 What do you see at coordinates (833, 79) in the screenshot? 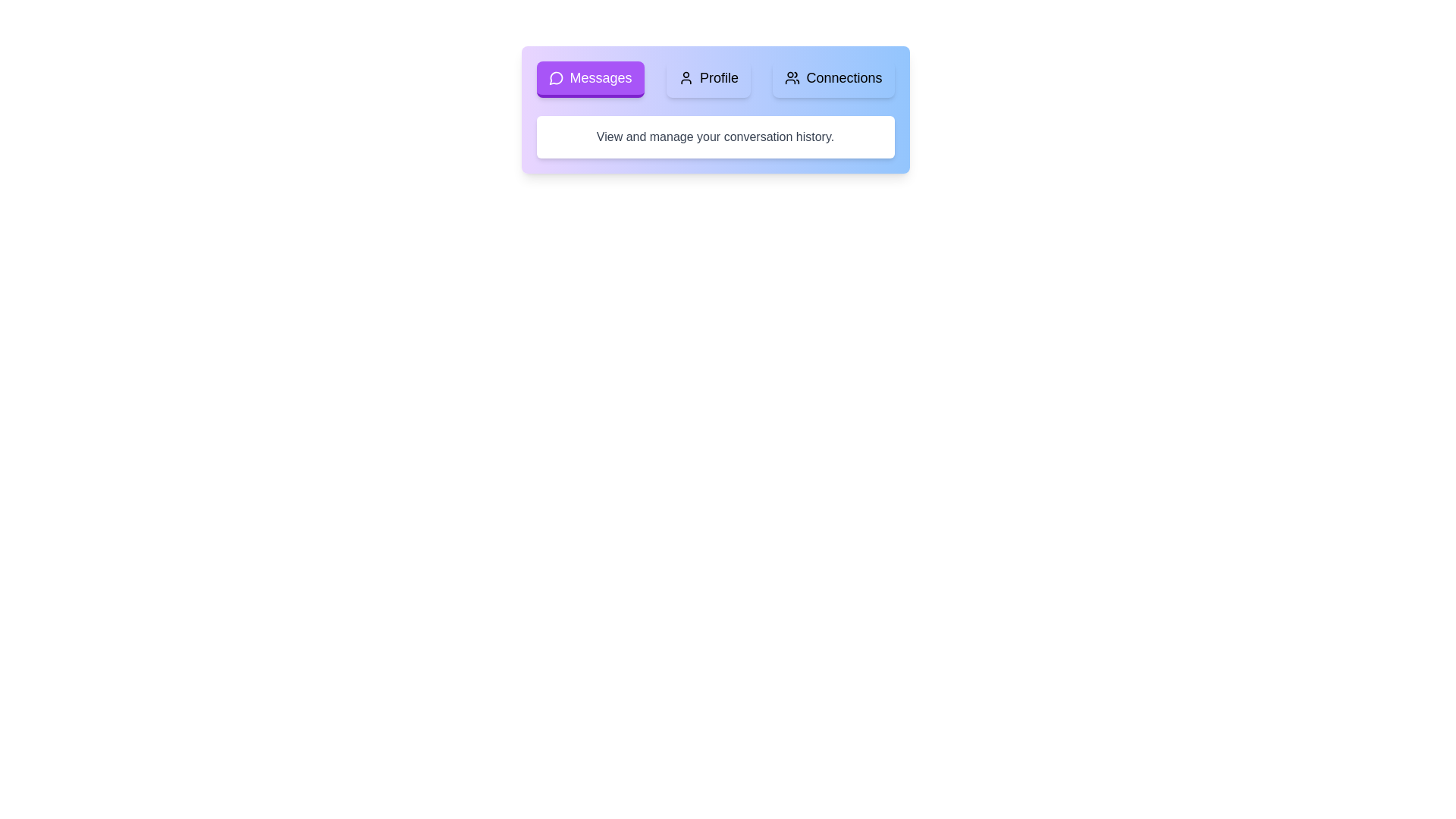
I see `the 'Connections' button, which is the third button from the left in the navigation bar, featuring a light blue background and an icon of two people followed by bold black text` at bounding box center [833, 79].